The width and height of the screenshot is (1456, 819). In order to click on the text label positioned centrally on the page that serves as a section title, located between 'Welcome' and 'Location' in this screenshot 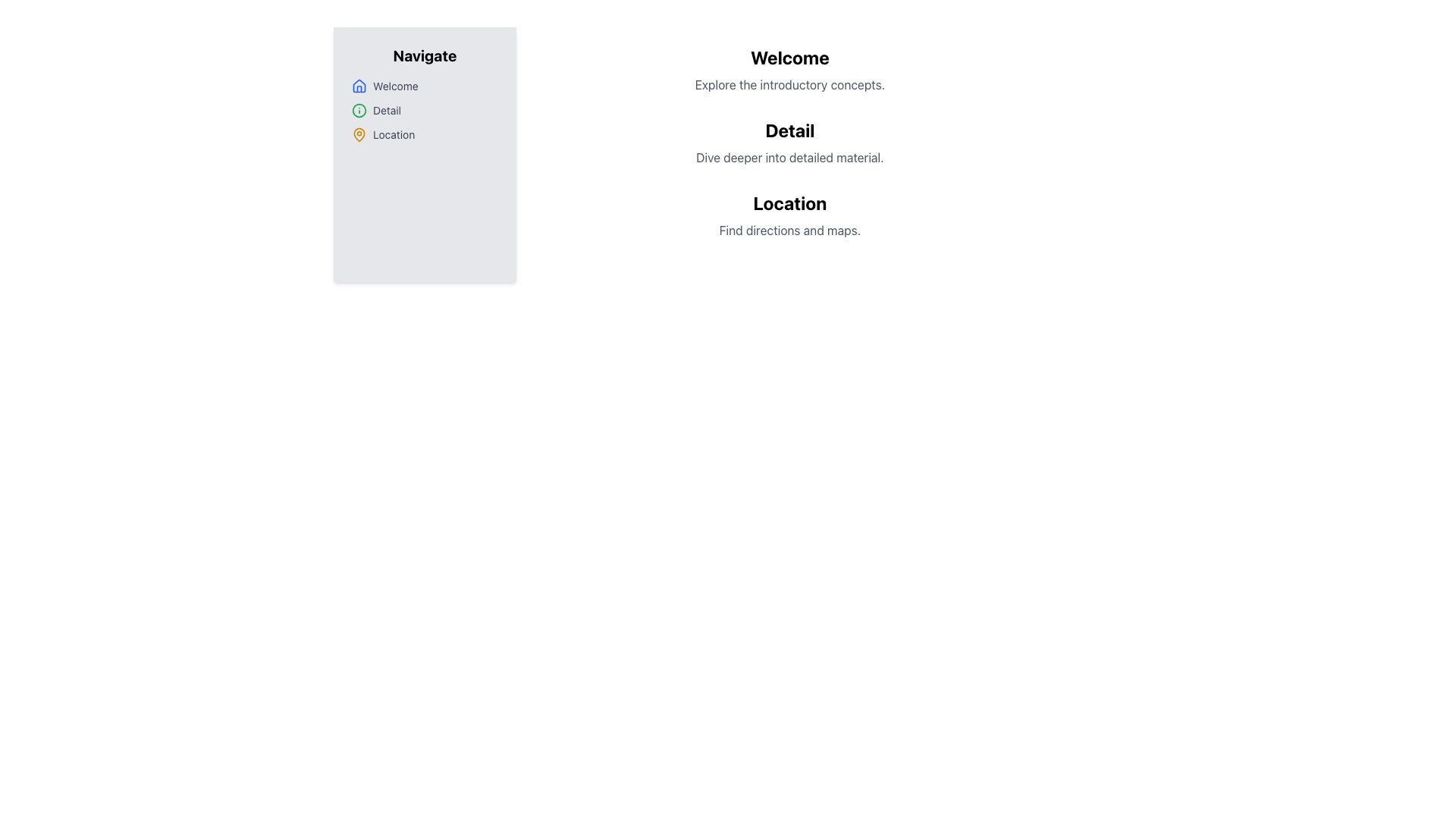, I will do `click(789, 130)`.